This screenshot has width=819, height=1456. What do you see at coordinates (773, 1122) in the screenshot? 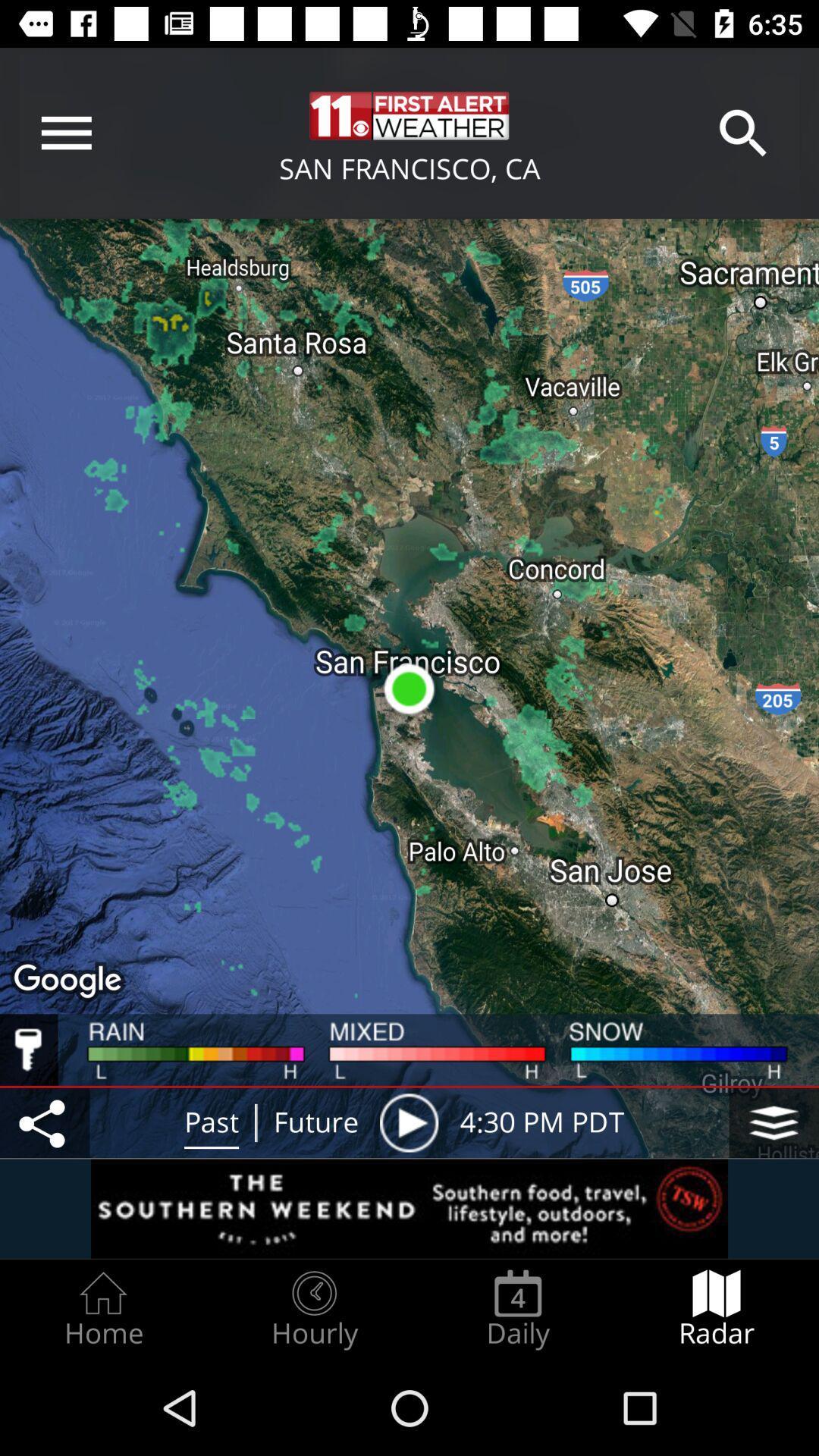
I see `the layers icon` at bounding box center [773, 1122].